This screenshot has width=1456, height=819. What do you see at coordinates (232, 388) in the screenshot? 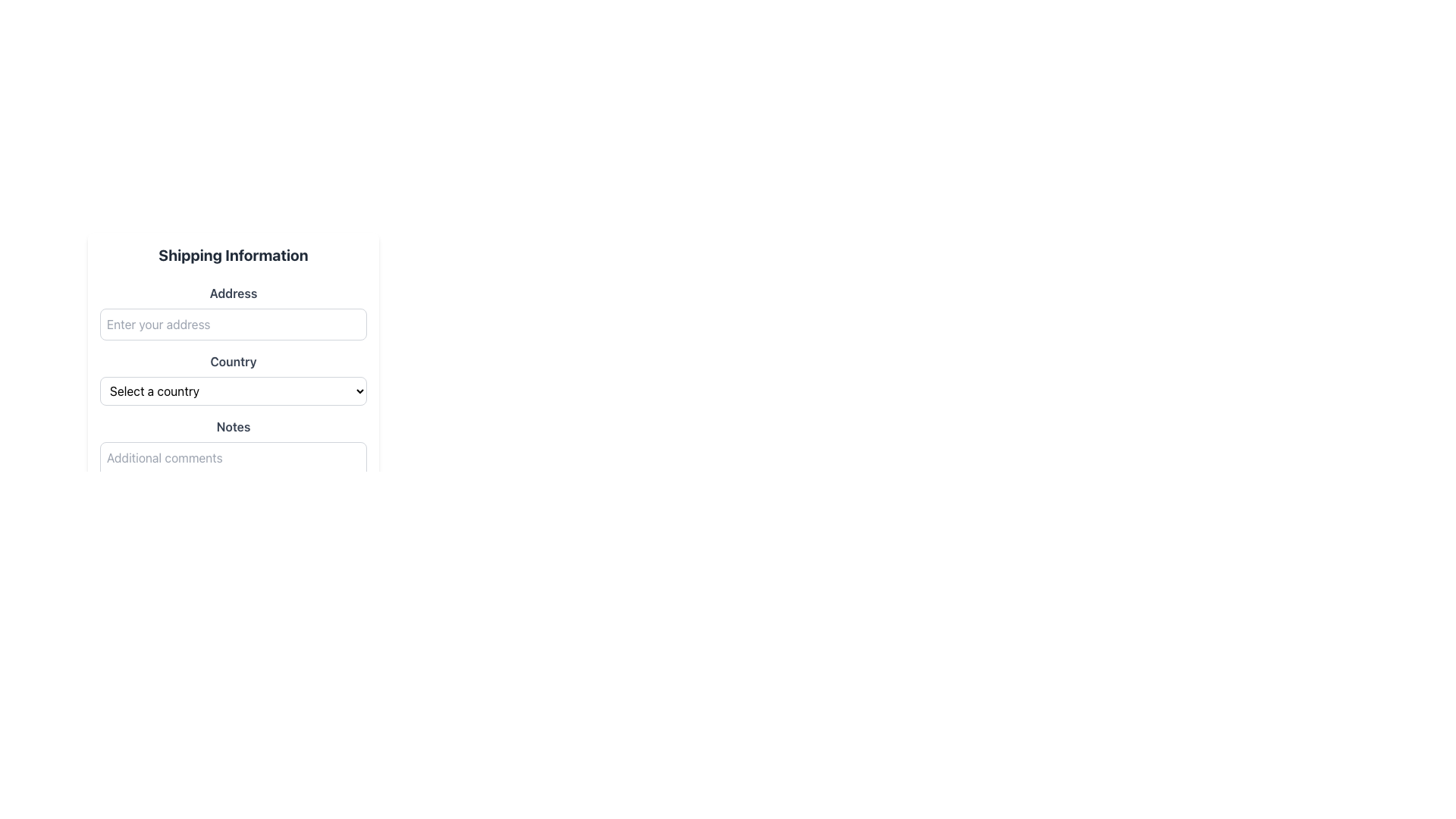
I see `the 'Country' dropdown menu element in the 'Shipping Information' section, which is styled with a light border and displays 'Select a country'` at bounding box center [232, 388].